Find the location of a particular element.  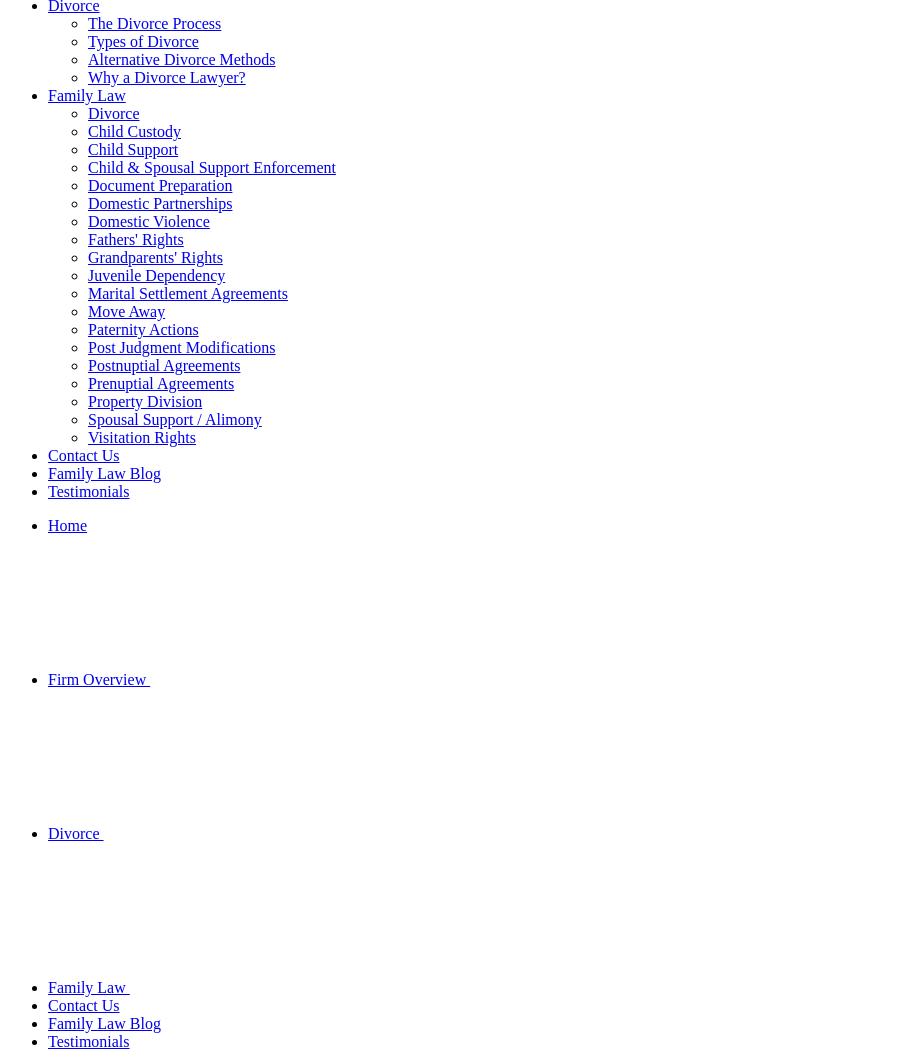

'Prenuptial Agreements' is located at coordinates (161, 382).